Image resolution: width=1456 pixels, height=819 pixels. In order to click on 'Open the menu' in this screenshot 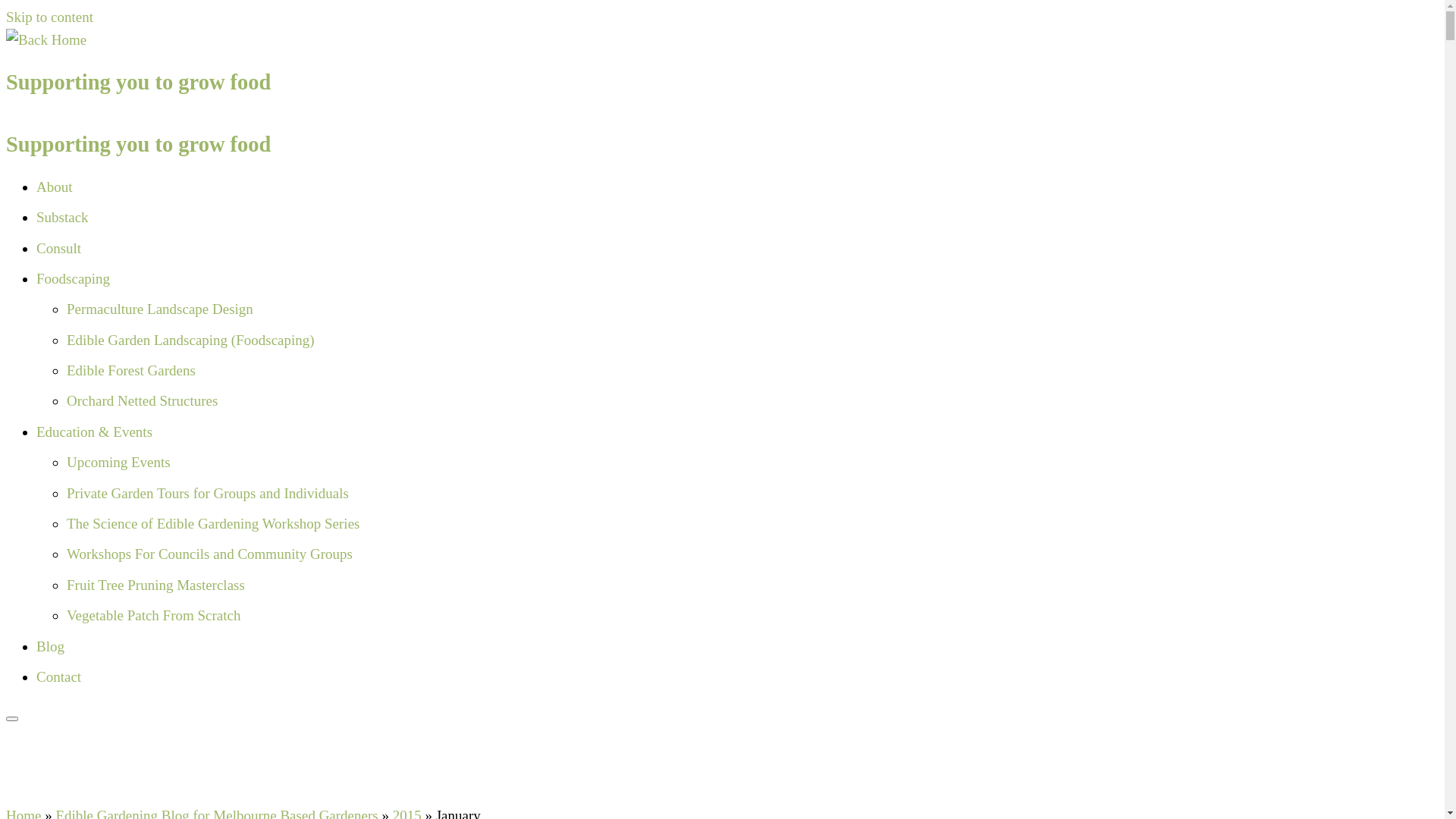, I will do `click(11, 718)`.